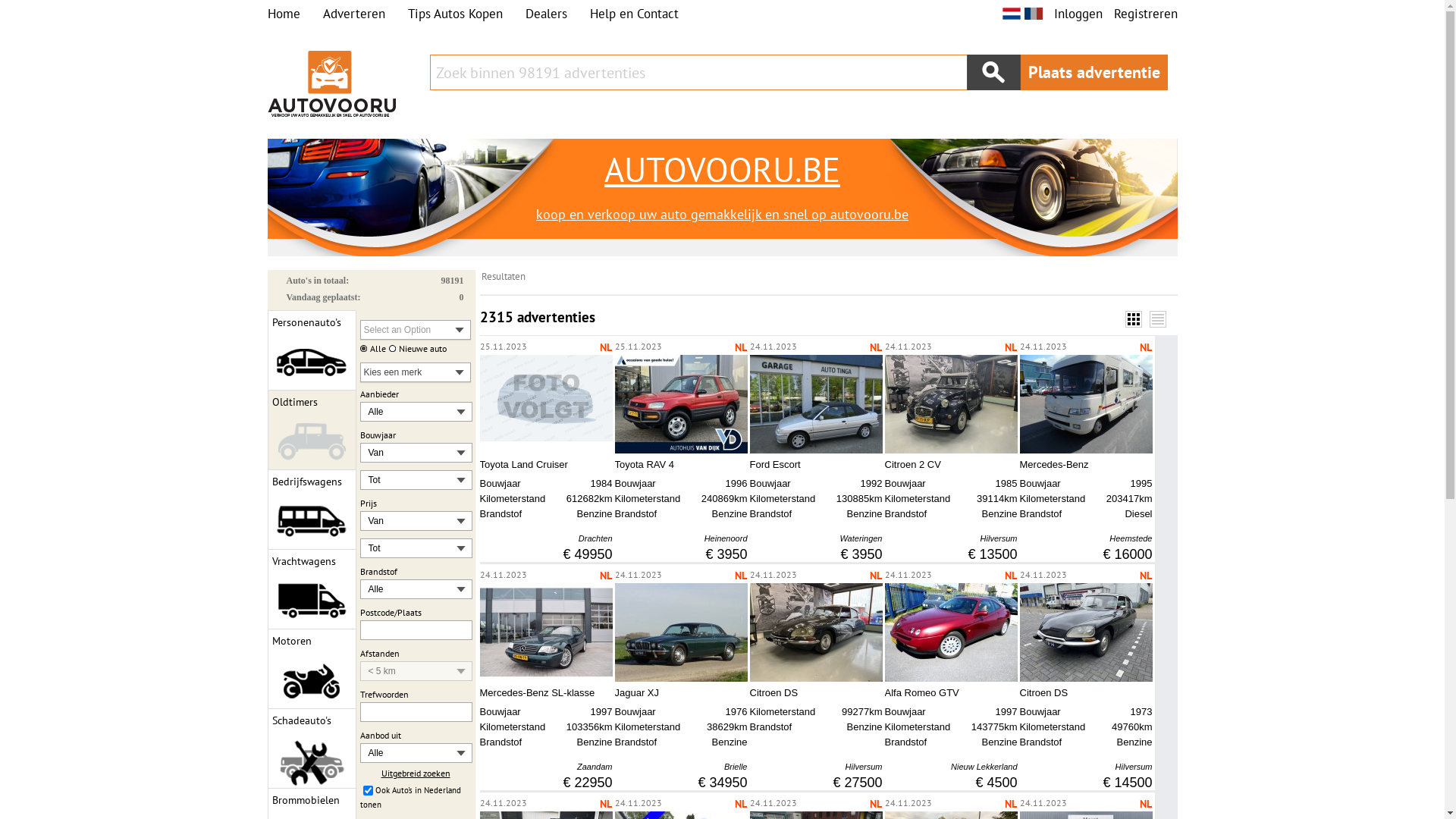 The height and width of the screenshot is (819, 1456). What do you see at coordinates (283, 14) in the screenshot?
I see `'Home'` at bounding box center [283, 14].